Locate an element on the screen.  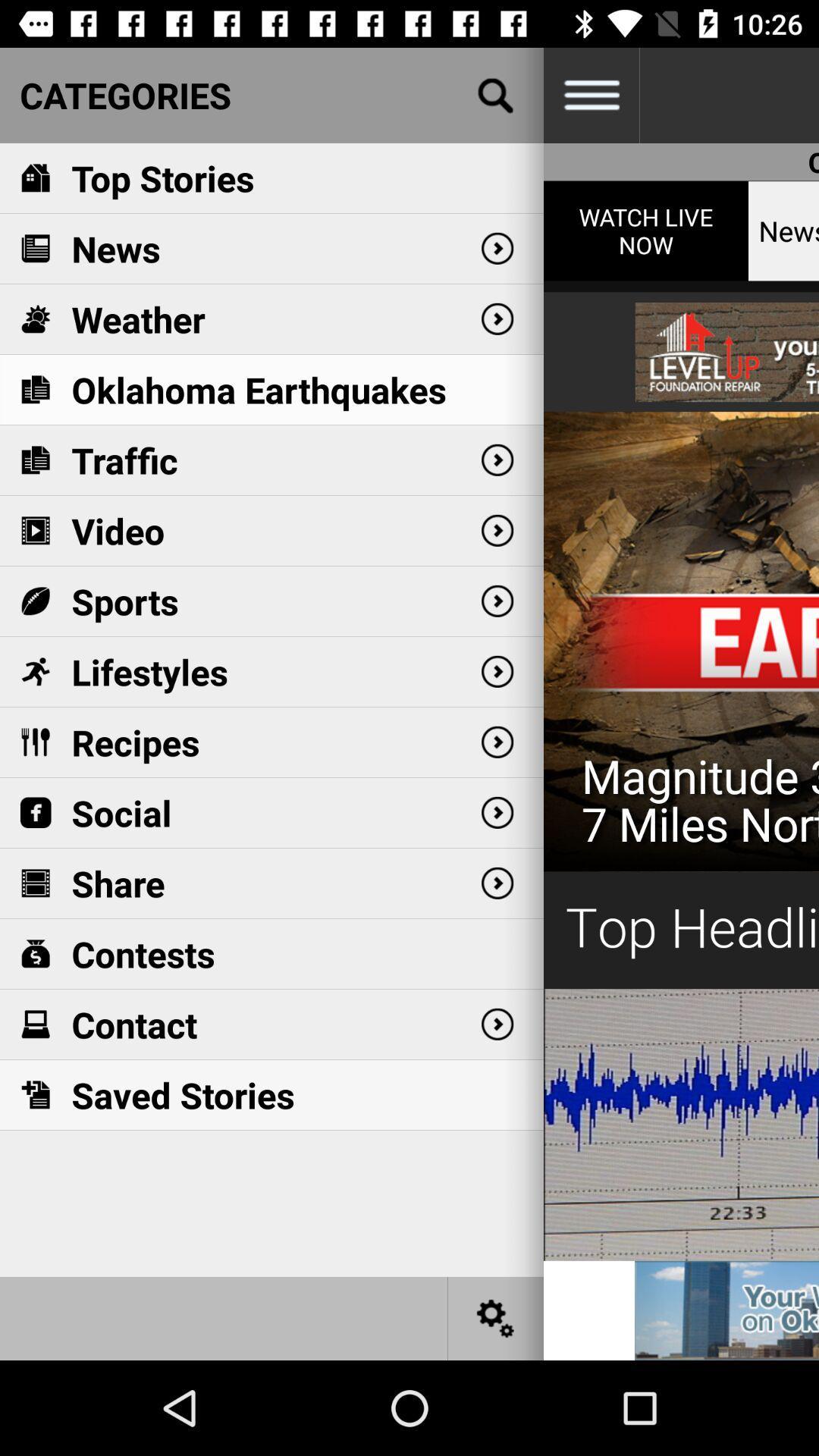
the adverisment is located at coordinates (680, 720).